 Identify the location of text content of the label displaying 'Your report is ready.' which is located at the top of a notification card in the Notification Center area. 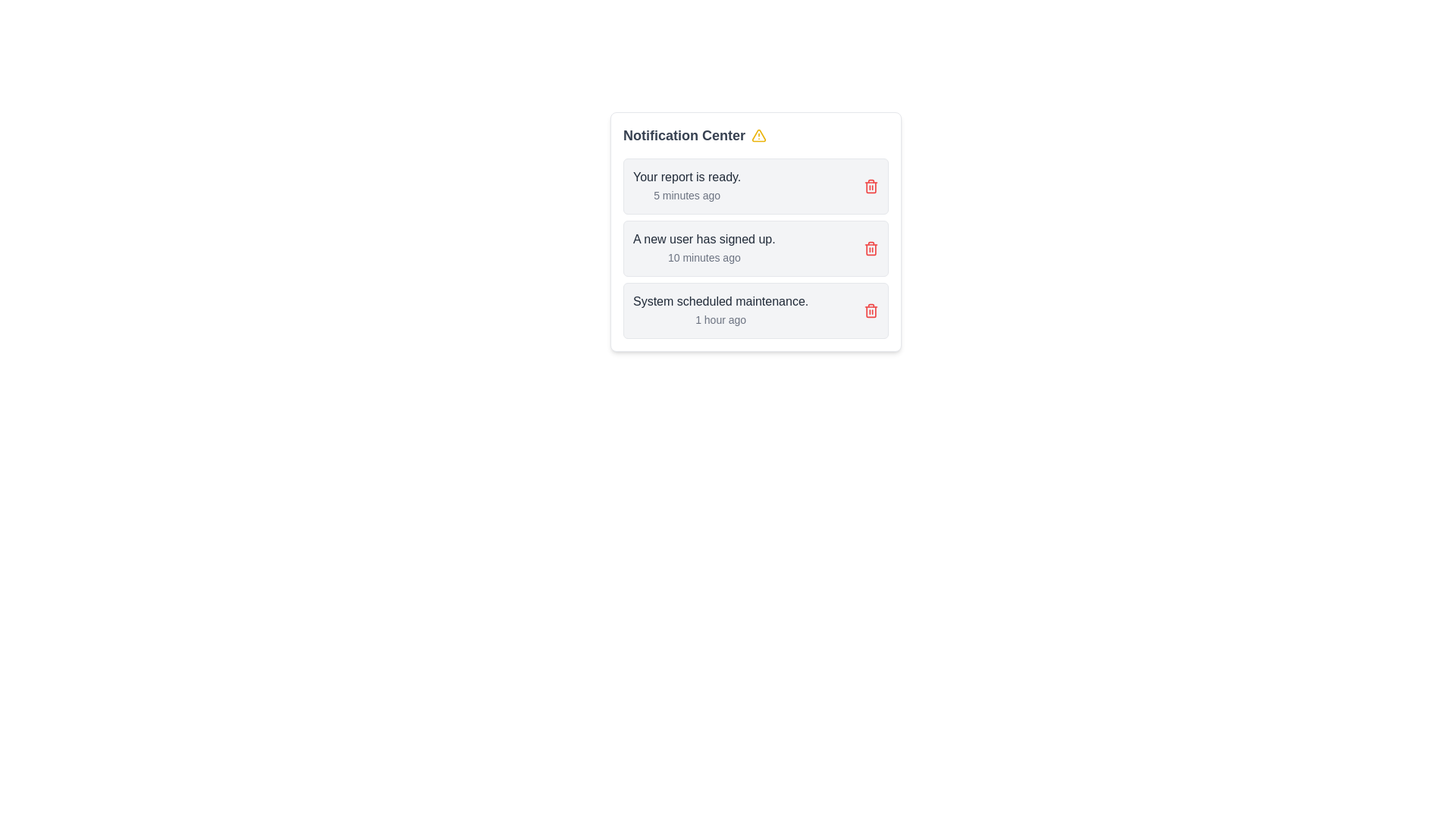
(686, 177).